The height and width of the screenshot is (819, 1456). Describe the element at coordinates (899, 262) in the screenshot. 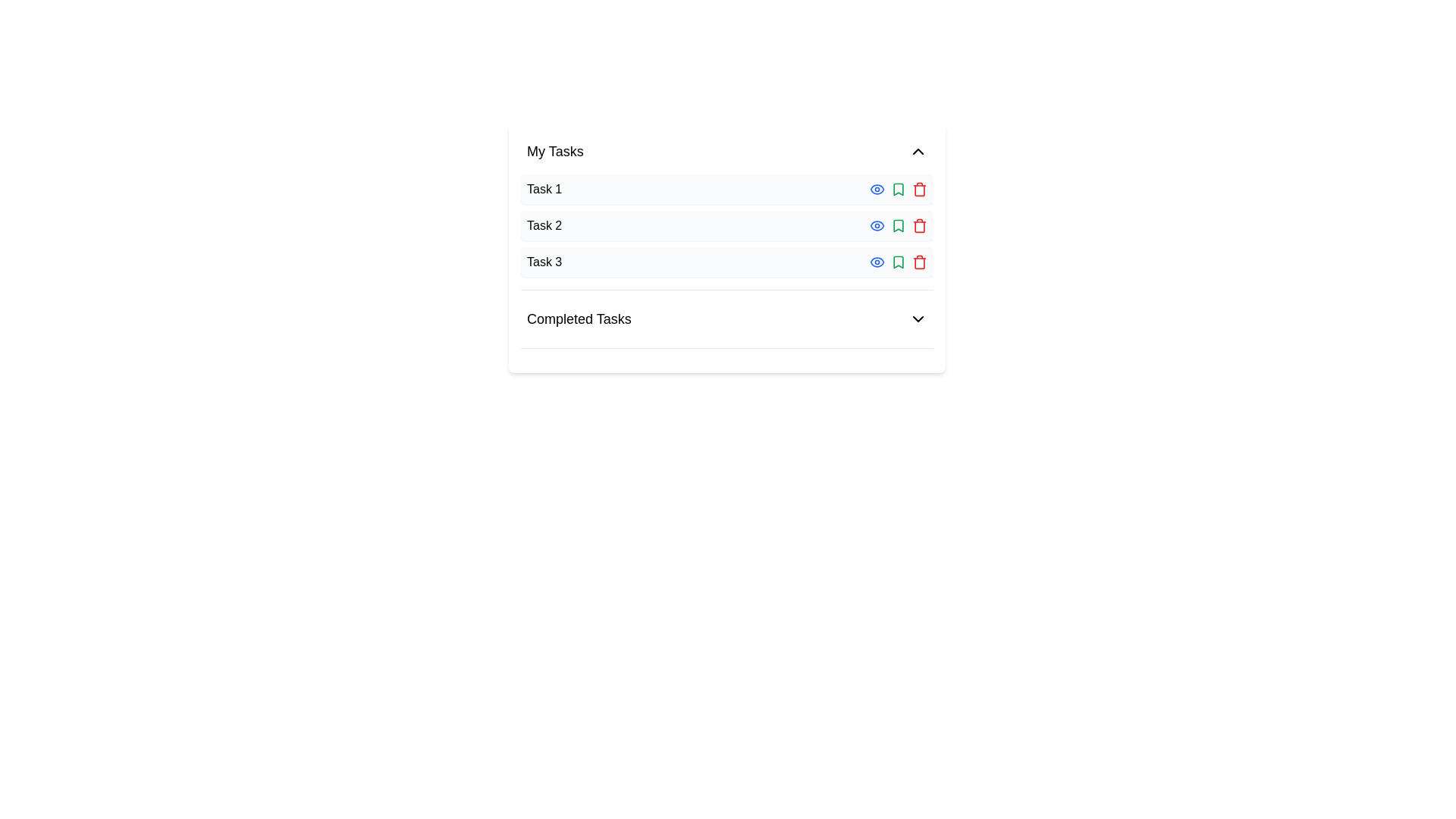

I see `the bookmark-shaped icon for 'Task 1' in the task management section` at that location.